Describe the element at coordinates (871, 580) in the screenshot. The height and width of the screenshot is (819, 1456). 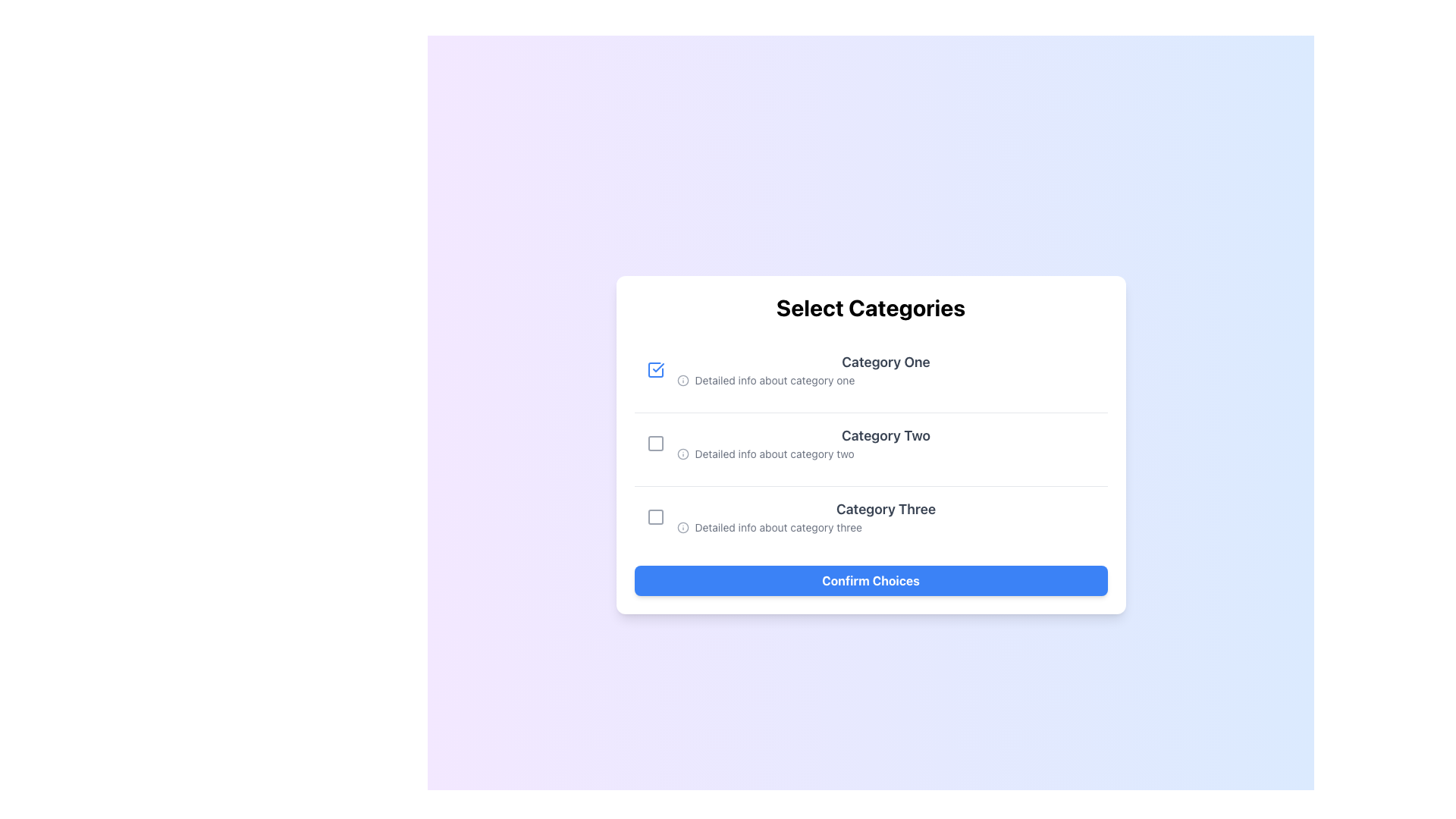
I see `the 'Confirm Choices' button, which is a bright blue rectangular button with rounded corners and white bold text, to observe its hover effect` at that location.